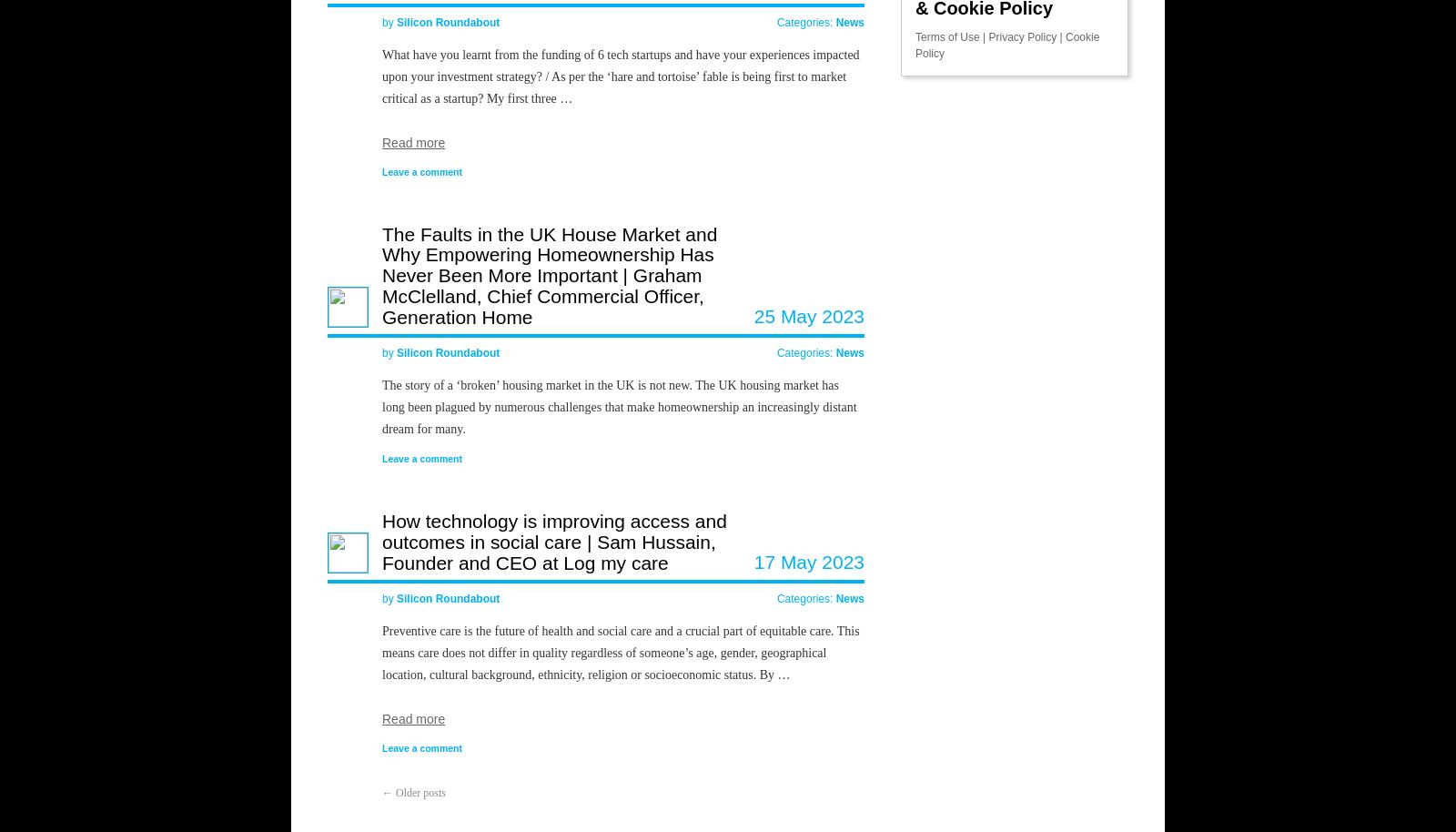 Image resolution: width=1456 pixels, height=832 pixels. What do you see at coordinates (1007, 43) in the screenshot?
I see `'Cookie Policy'` at bounding box center [1007, 43].